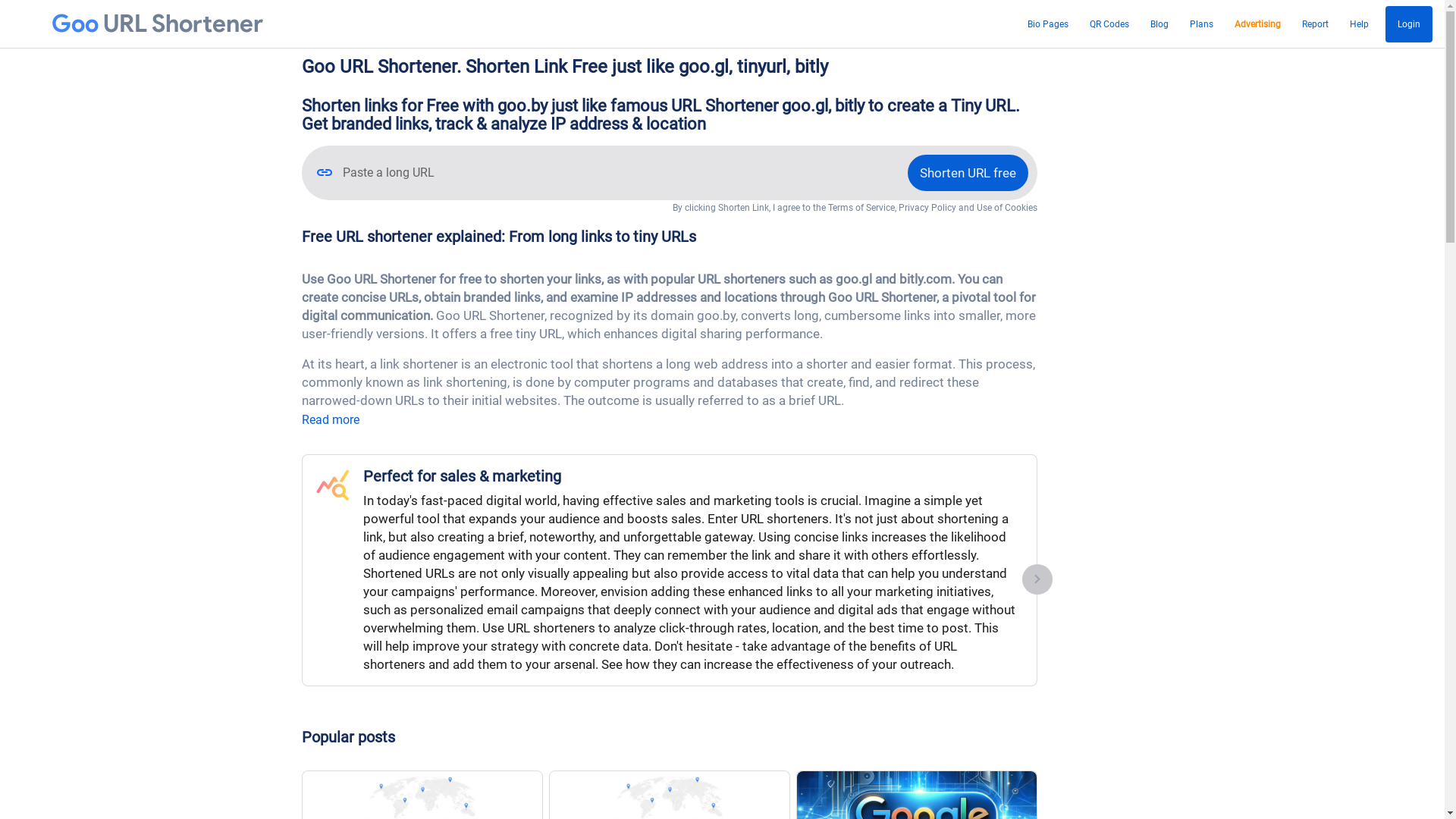  What do you see at coordinates (330, 419) in the screenshot?
I see `'Read more'` at bounding box center [330, 419].